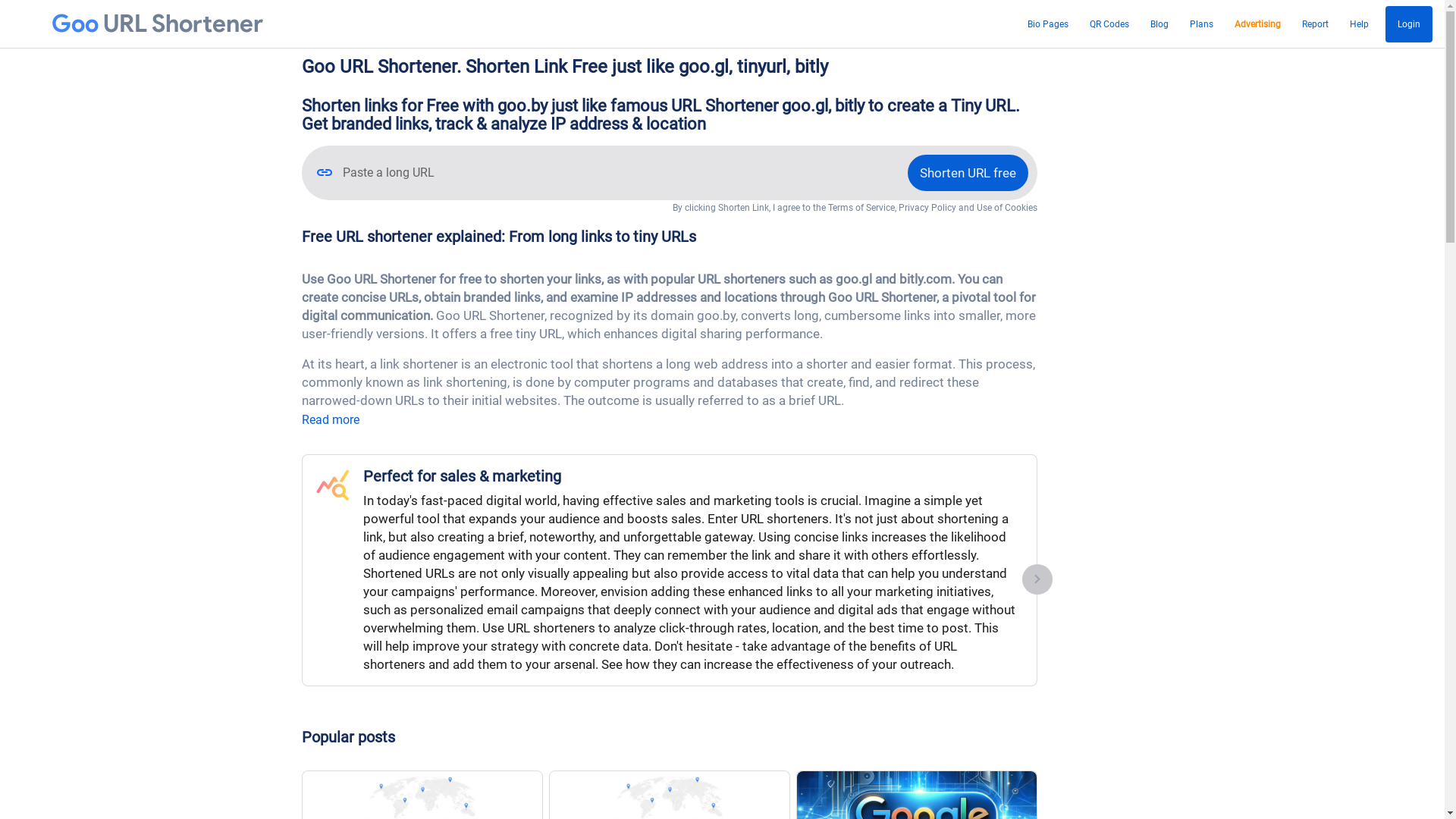  What do you see at coordinates (330, 419) in the screenshot?
I see `'Read more'` at bounding box center [330, 419].